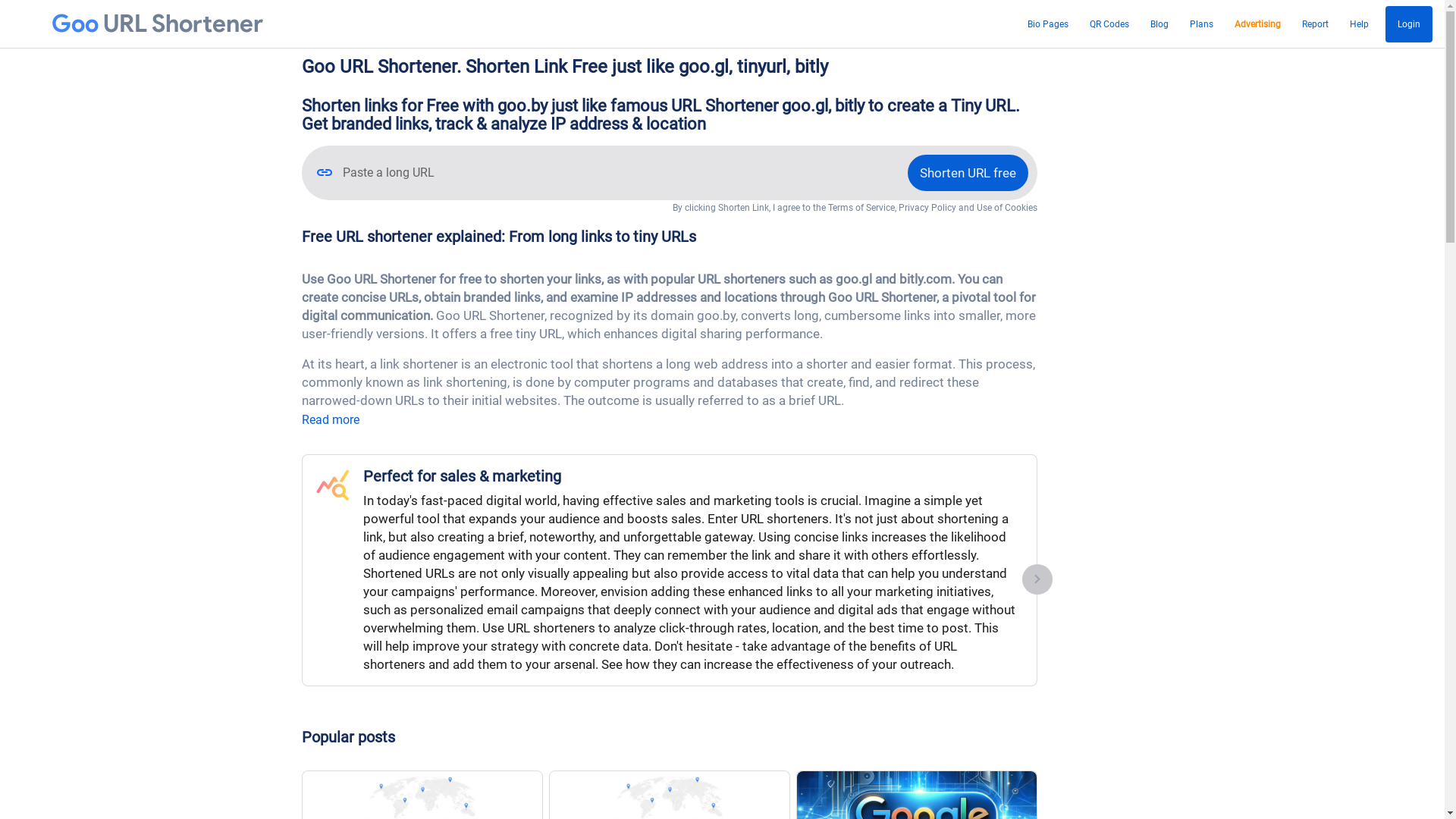  What do you see at coordinates (330, 419) in the screenshot?
I see `'Read more'` at bounding box center [330, 419].